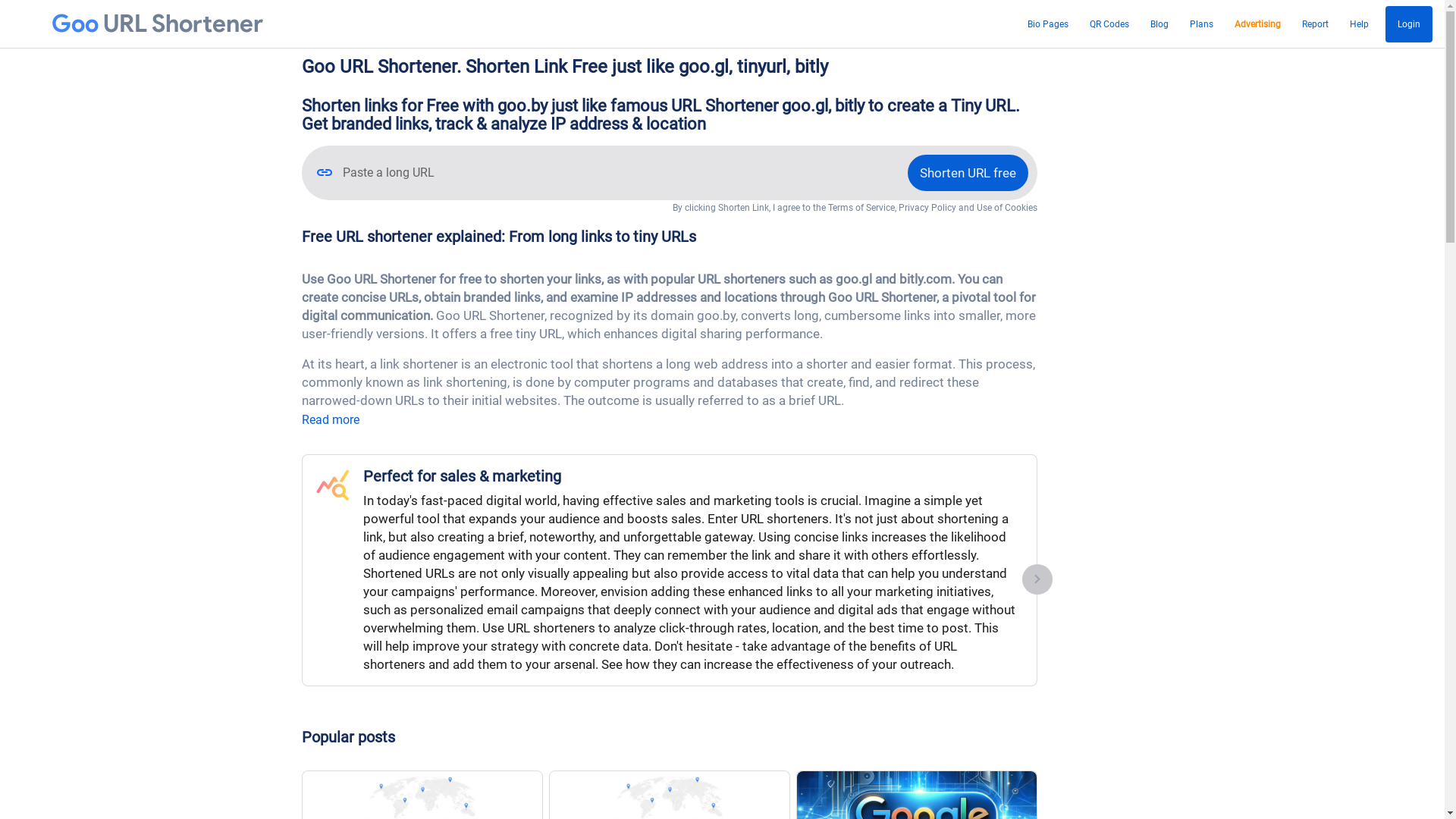  What do you see at coordinates (330, 419) in the screenshot?
I see `'Read more'` at bounding box center [330, 419].